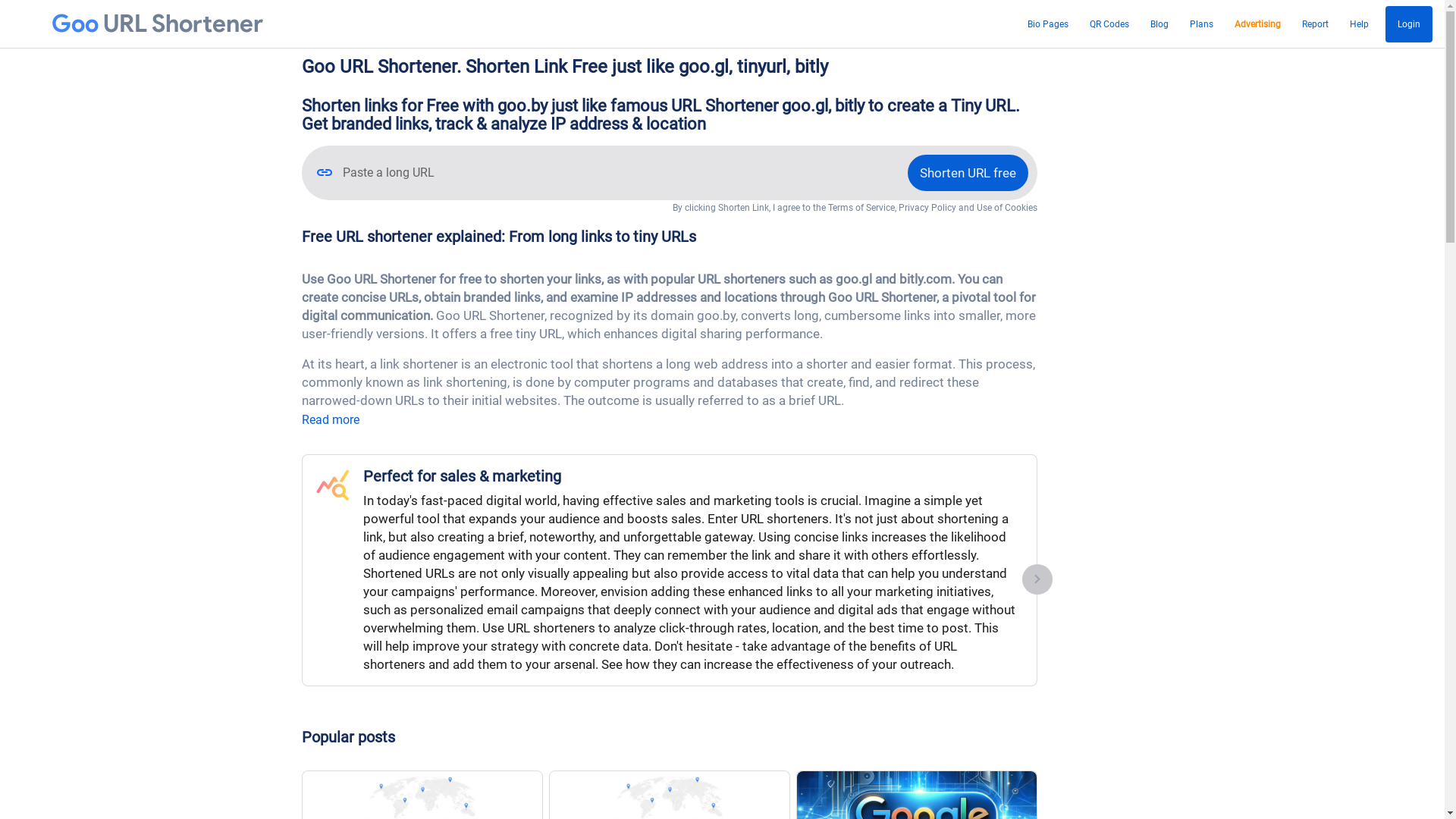  What do you see at coordinates (330, 419) in the screenshot?
I see `'Read more'` at bounding box center [330, 419].